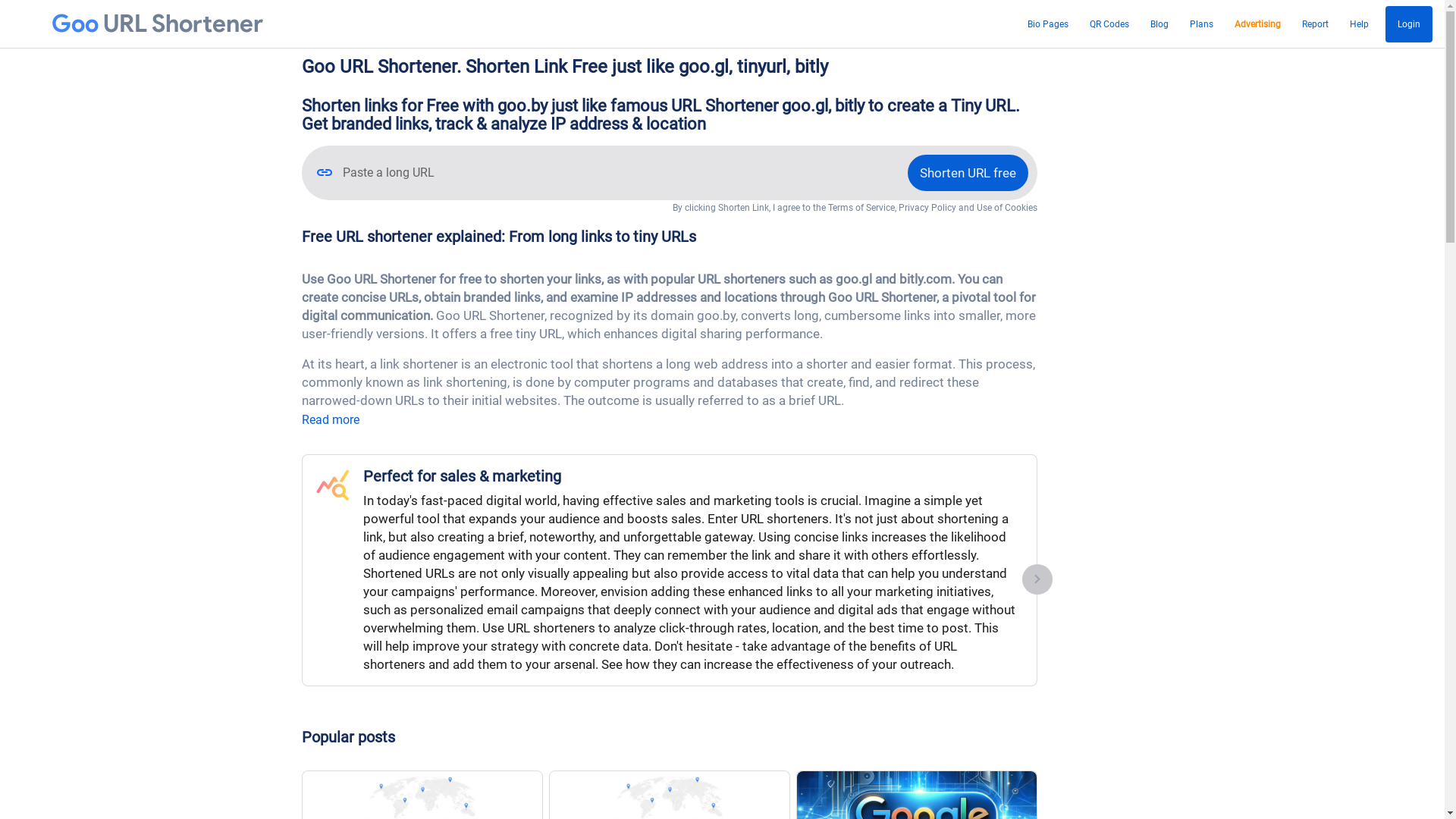  What do you see at coordinates (330, 419) in the screenshot?
I see `'Read more'` at bounding box center [330, 419].